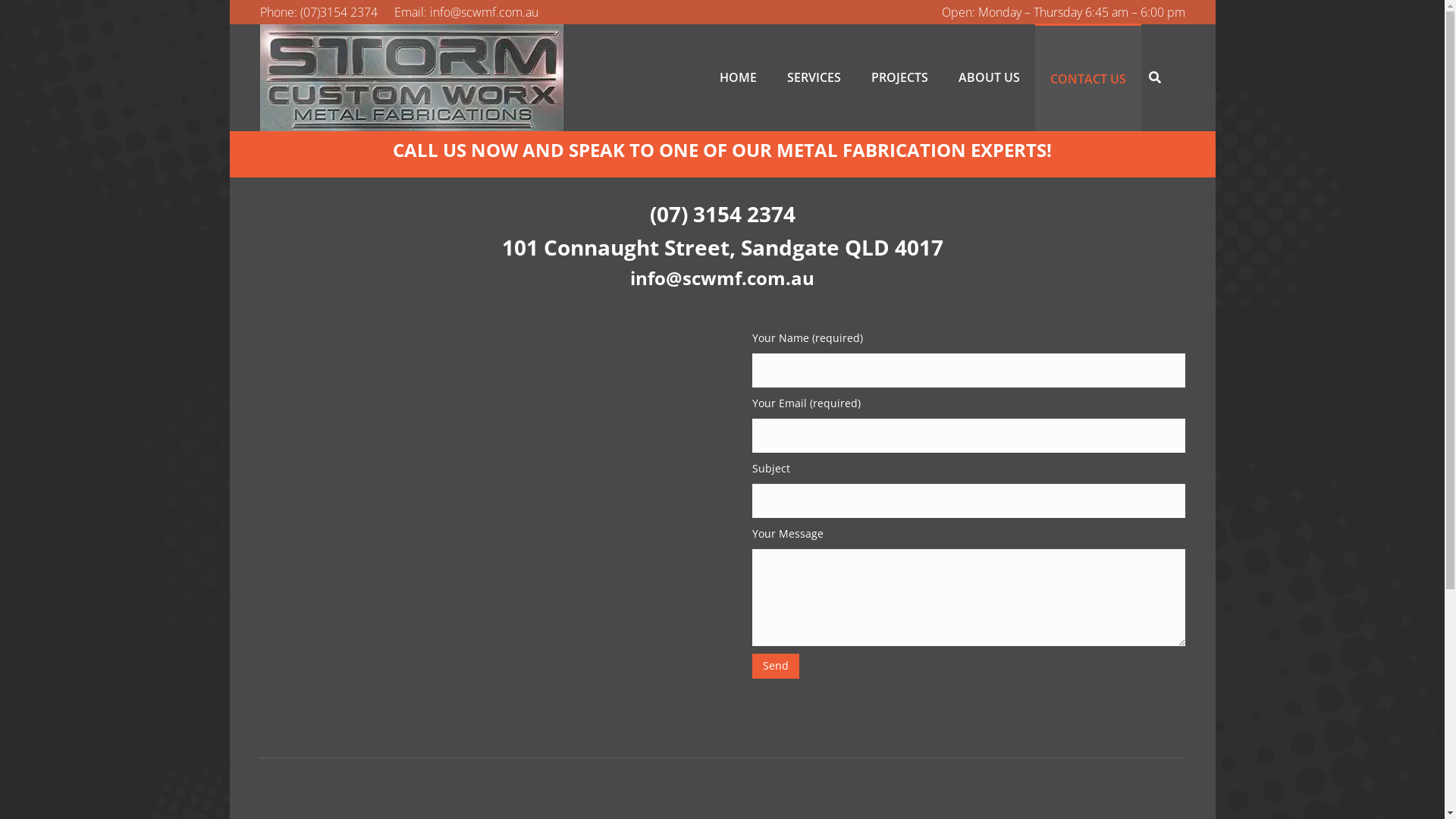 This screenshot has height=819, width=1456. What do you see at coordinates (855, 77) in the screenshot?
I see `'PROJECTS'` at bounding box center [855, 77].